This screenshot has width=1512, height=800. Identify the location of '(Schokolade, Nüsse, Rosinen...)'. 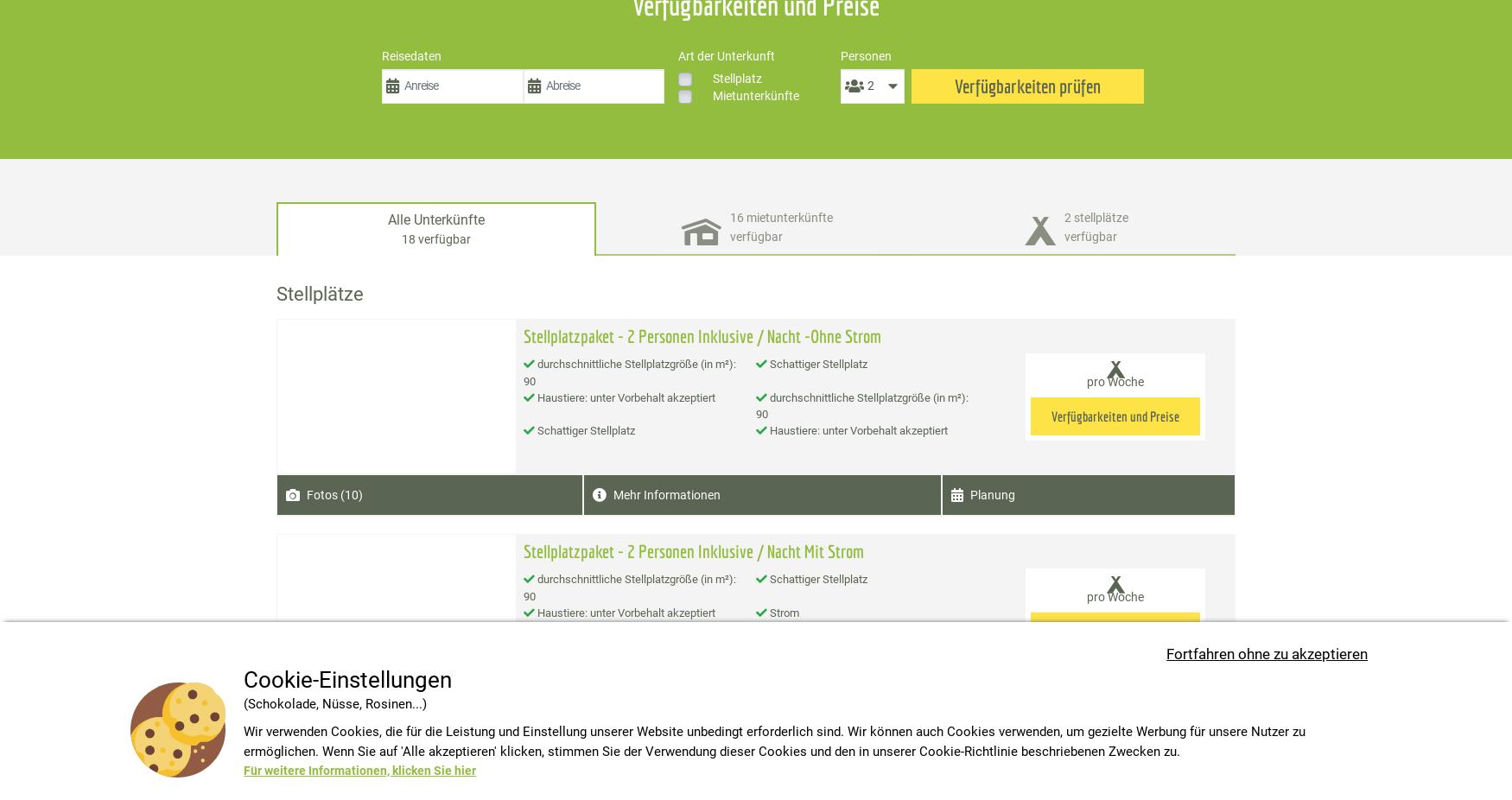
(334, 703).